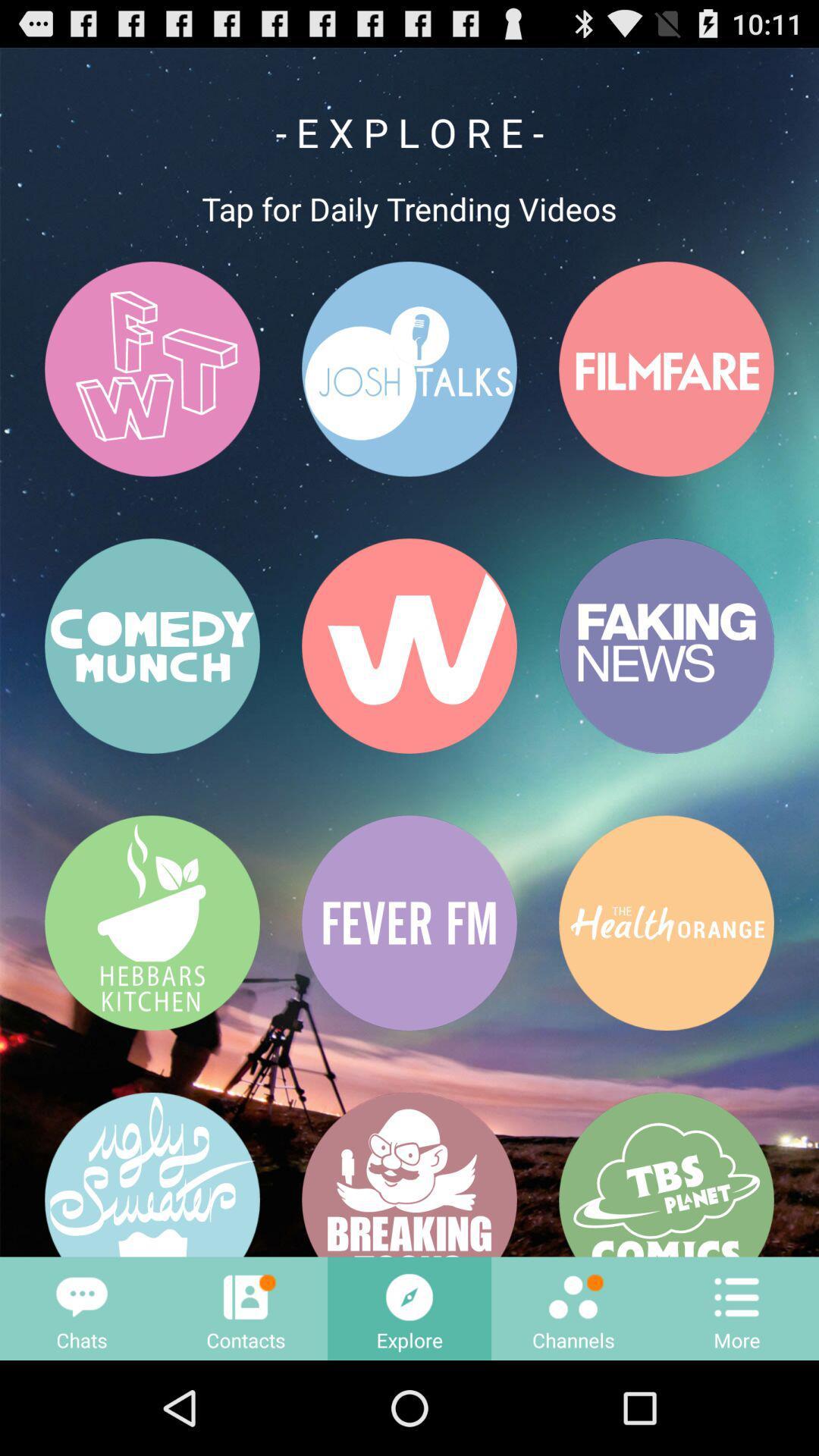  Describe the element at coordinates (152, 646) in the screenshot. I see `button above hebbars kitchen` at that location.